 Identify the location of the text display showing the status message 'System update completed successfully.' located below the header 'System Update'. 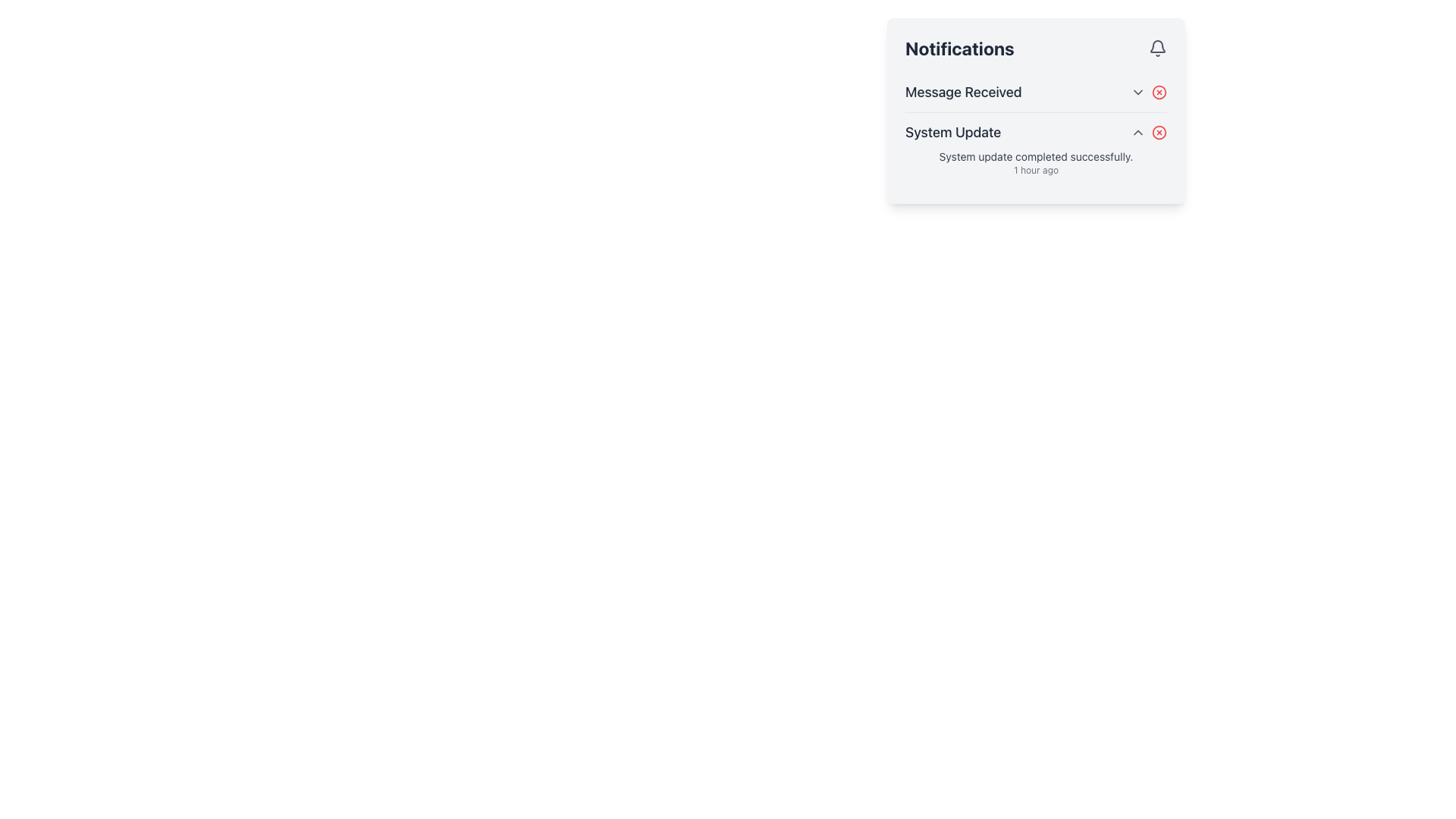
(1035, 163).